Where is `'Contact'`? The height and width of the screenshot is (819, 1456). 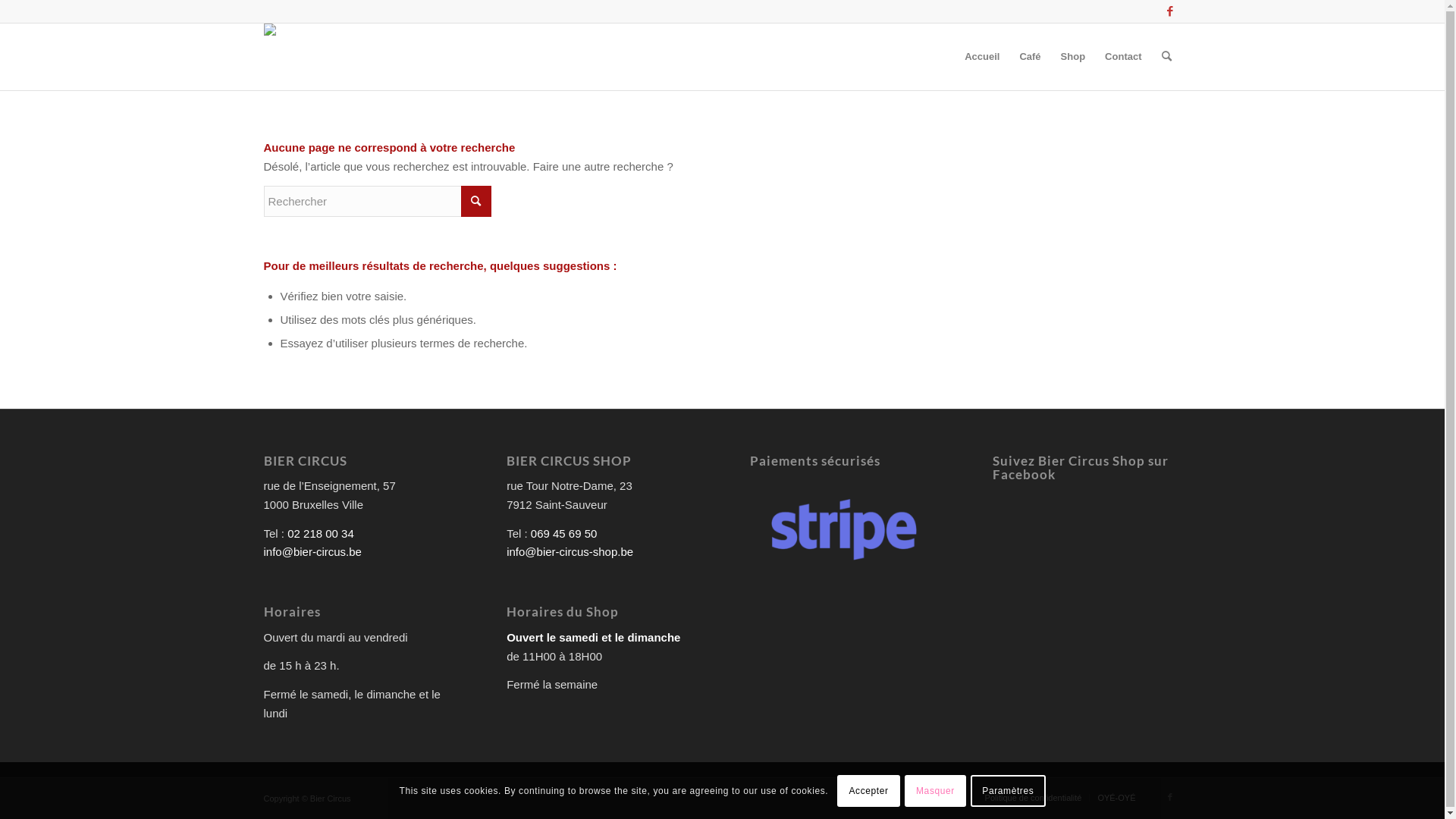 'Contact' is located at coordinates (1123, 55).